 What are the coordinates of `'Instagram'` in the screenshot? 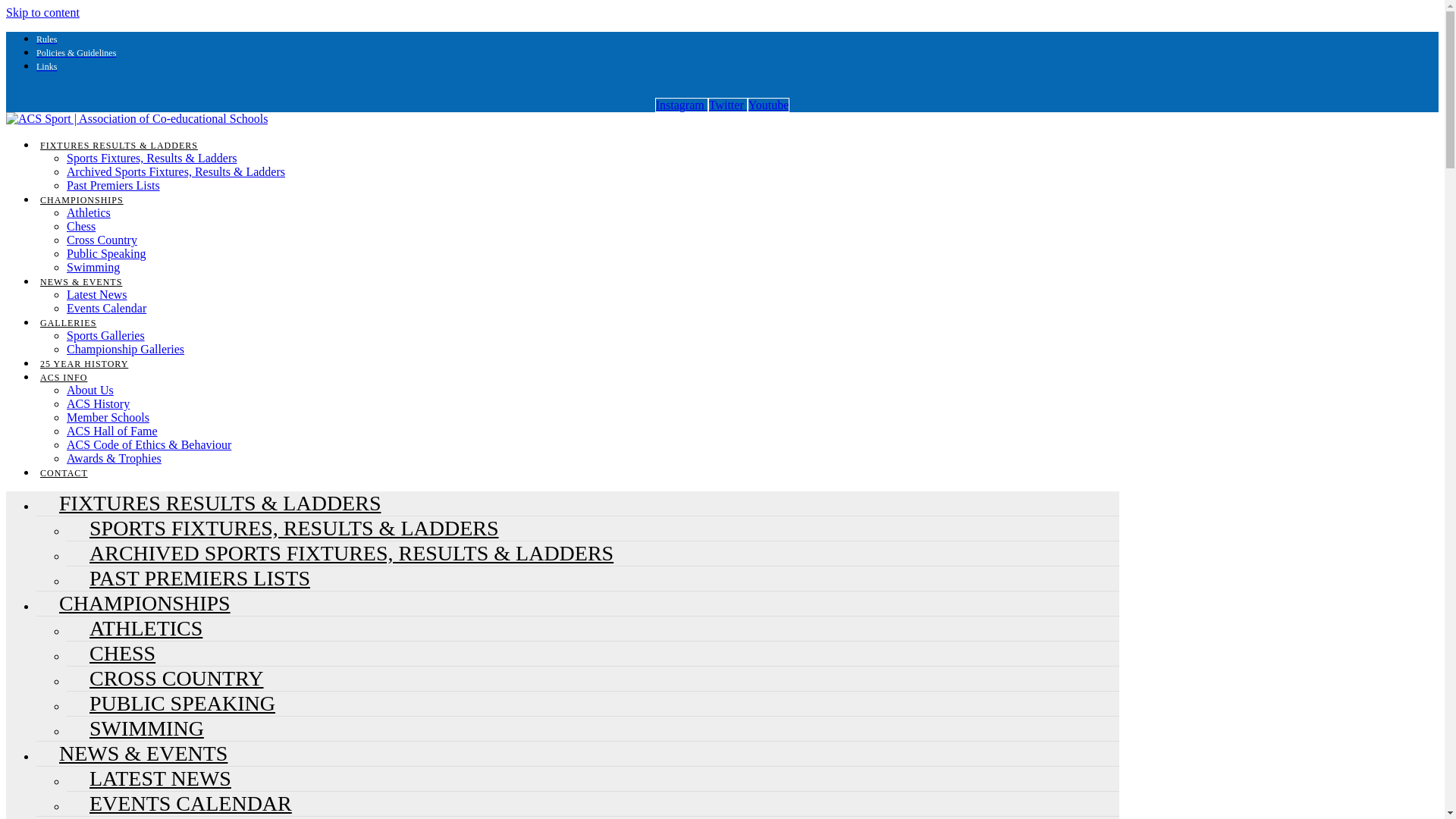 It's located at (680, 104).